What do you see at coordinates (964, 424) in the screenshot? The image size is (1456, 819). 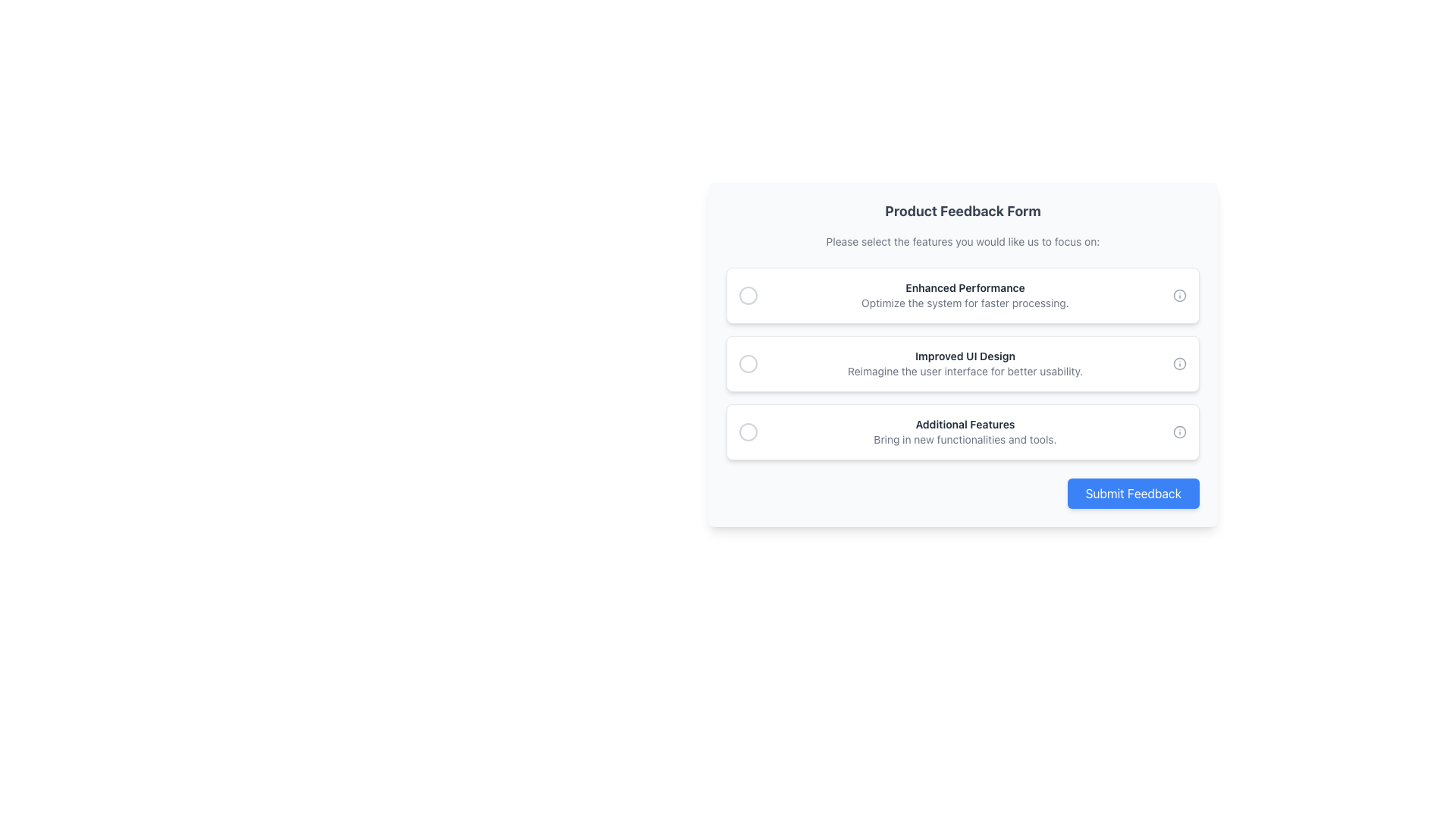 I see `the 'Additional Features' text label, which is styled in bold, dark gray and serves as a heading for a section in a vertically aligned list of options` at bounding box center [964, 424].